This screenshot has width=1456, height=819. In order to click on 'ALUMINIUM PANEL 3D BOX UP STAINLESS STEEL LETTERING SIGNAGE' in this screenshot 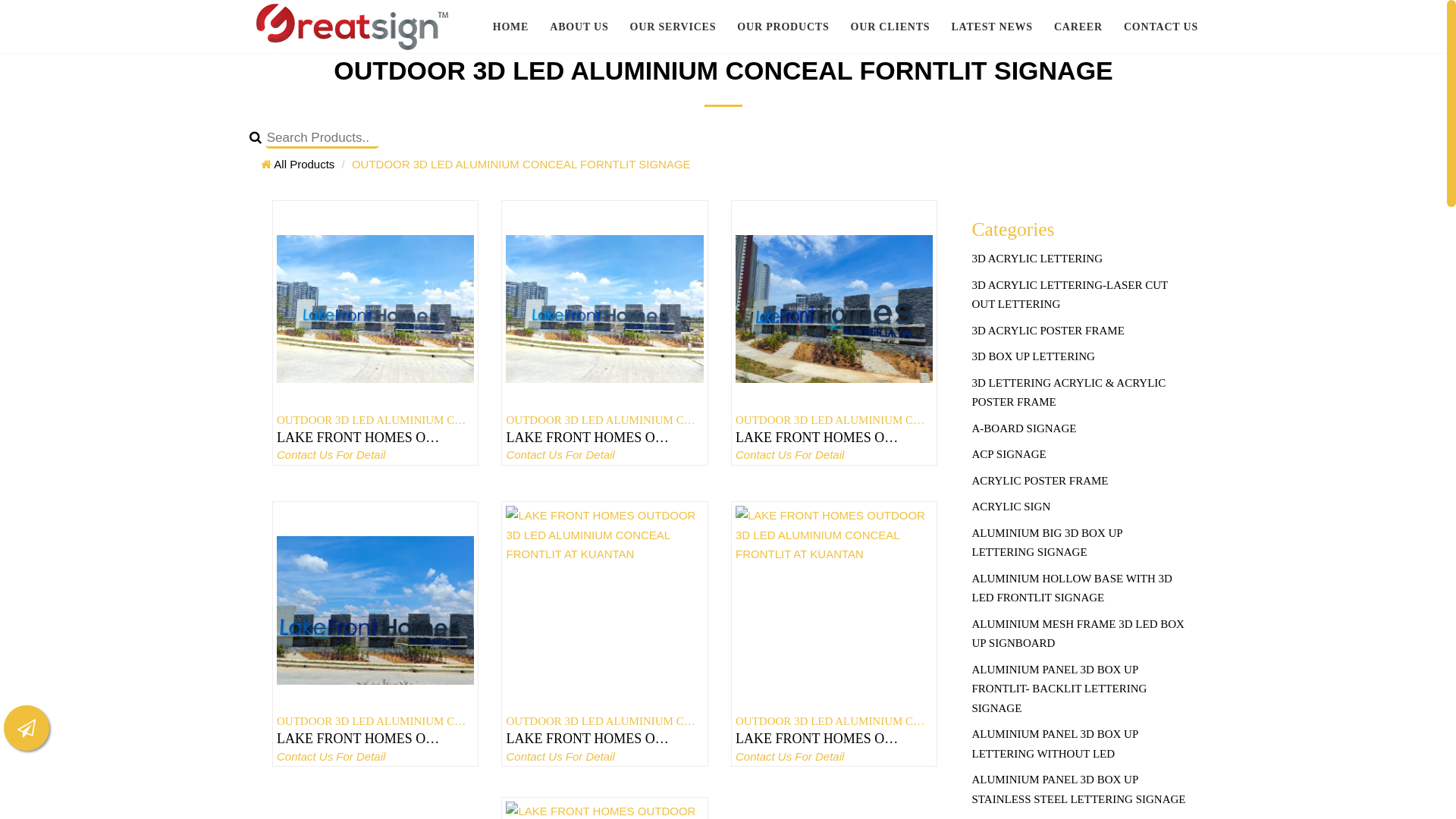, I will do `click(1078, 789)`.